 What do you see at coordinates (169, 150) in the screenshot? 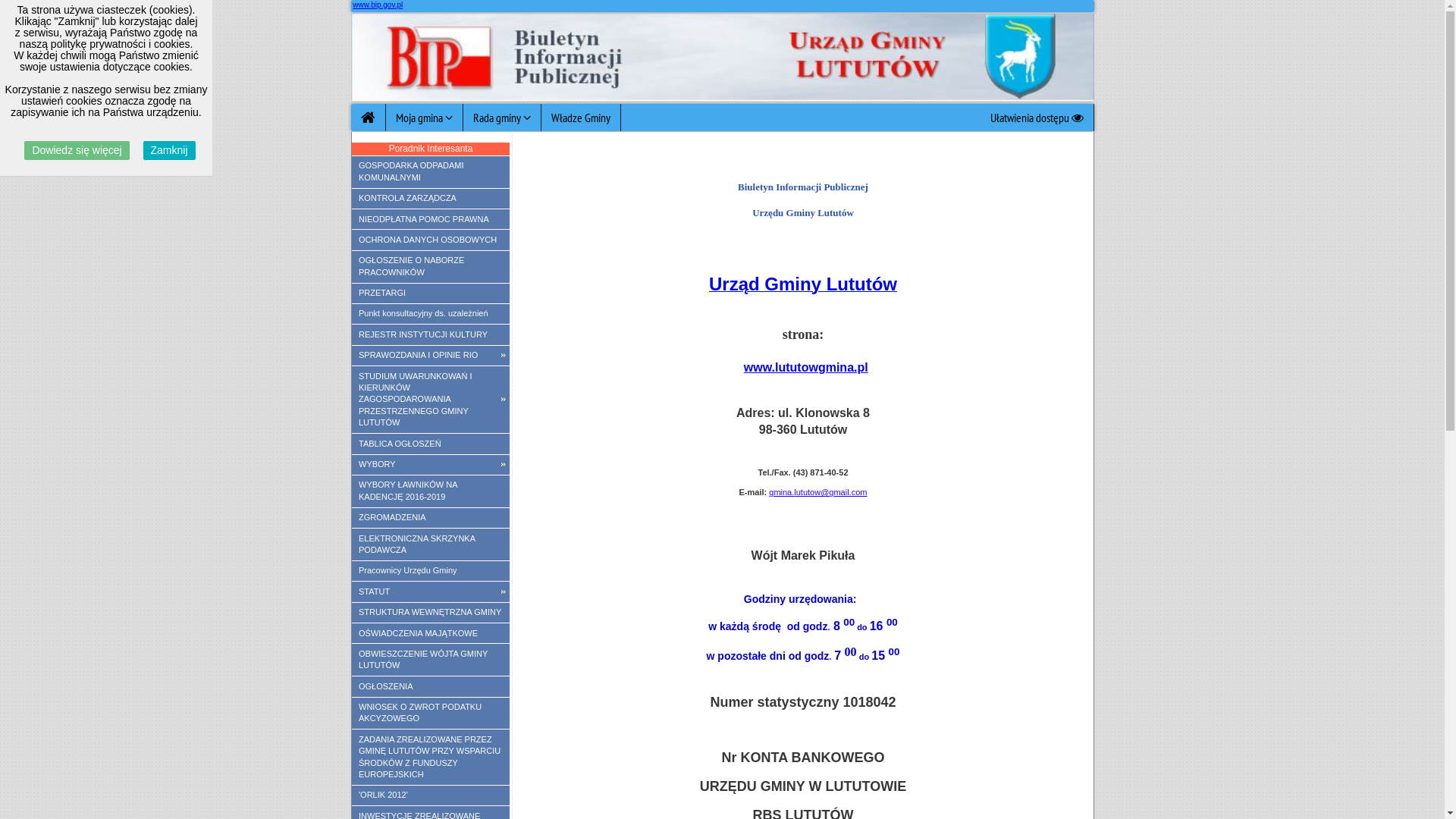
I see `'Zamknij'` at bounding box center [169, 150].